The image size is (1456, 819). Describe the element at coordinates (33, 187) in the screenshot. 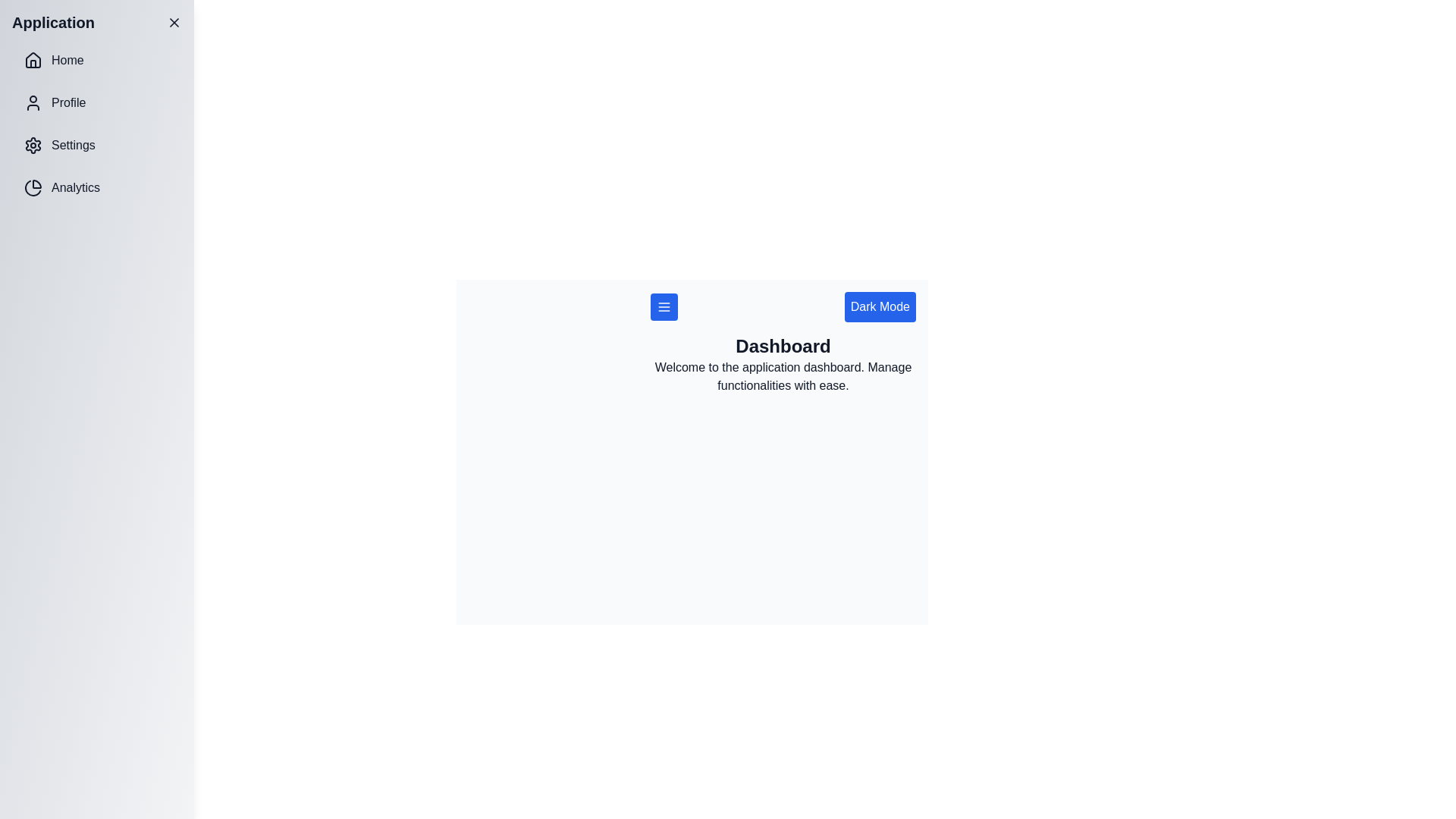

I see `the second pie chart segment icon located in the left sidebar under the 'Analytics' menu` at that location.